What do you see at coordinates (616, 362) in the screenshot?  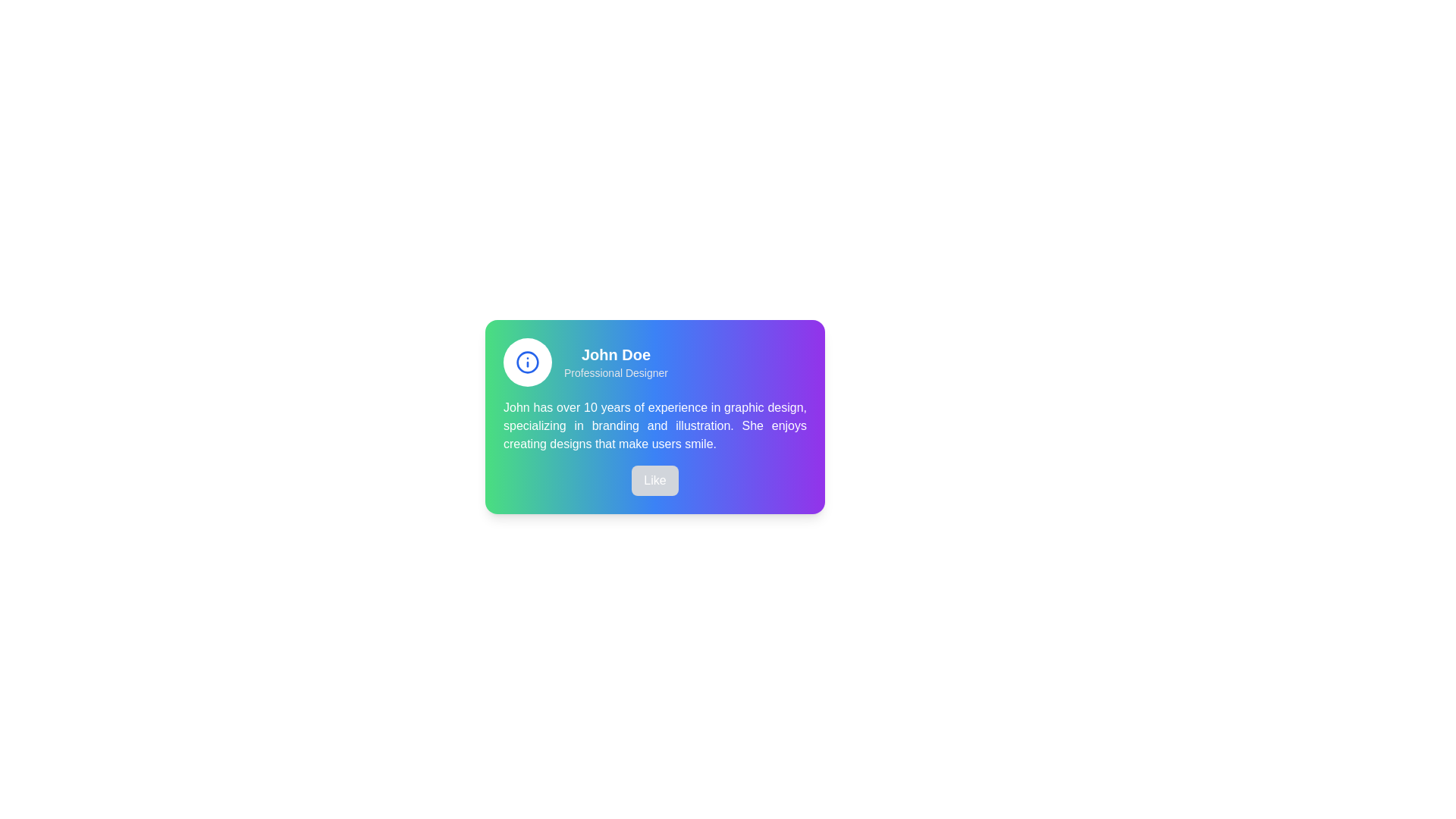 I see `the text label displaying 'John Doe' and 'Professional Designer' located near the top-center area of the interface` at bounding box center [616, 362].